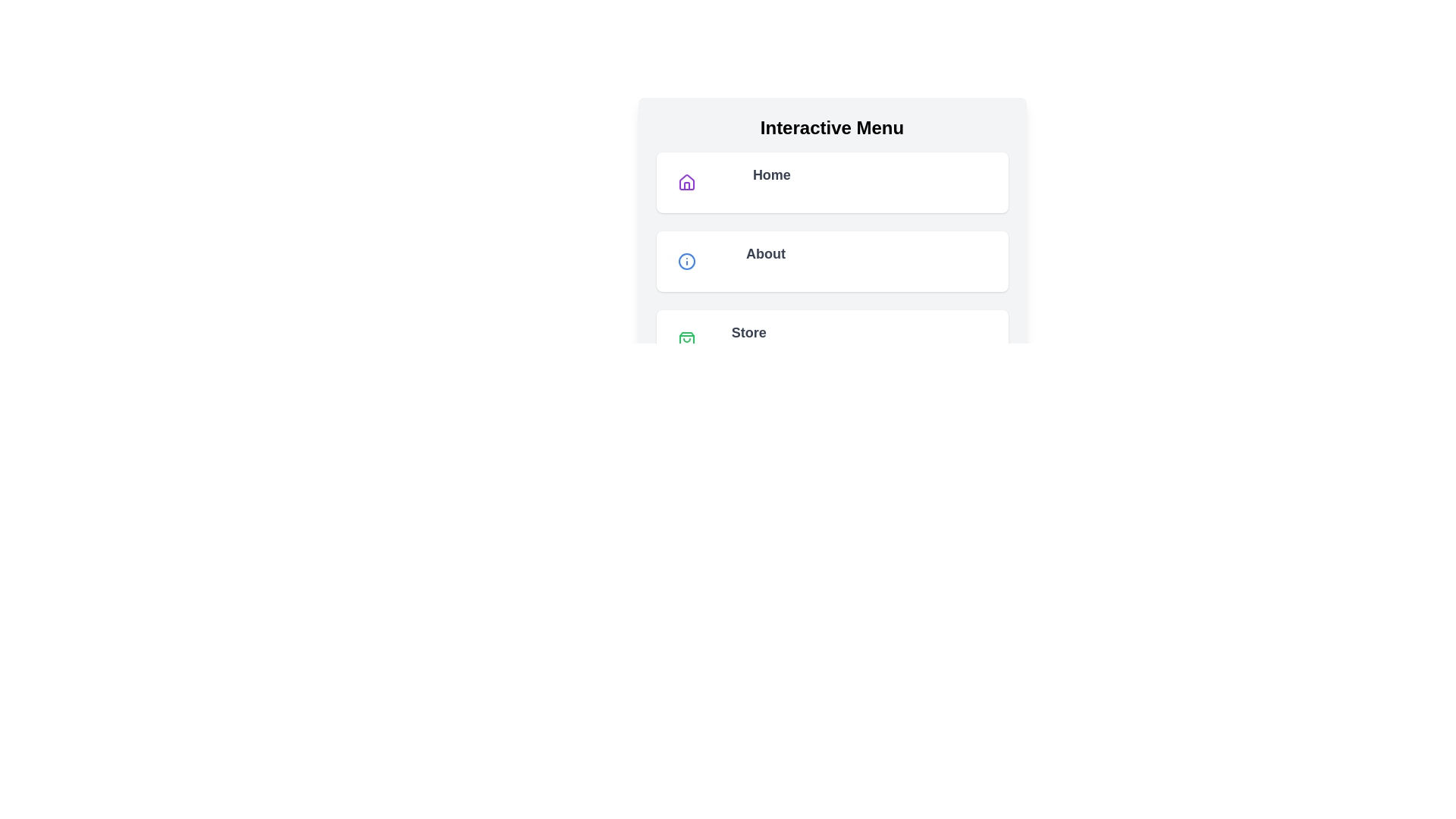 This screenshot has width=1456, height=819. Describe the element at coordinates (831, 260) in the screenshot. I see `the menu item labeled About to view its tooltip` at that location.